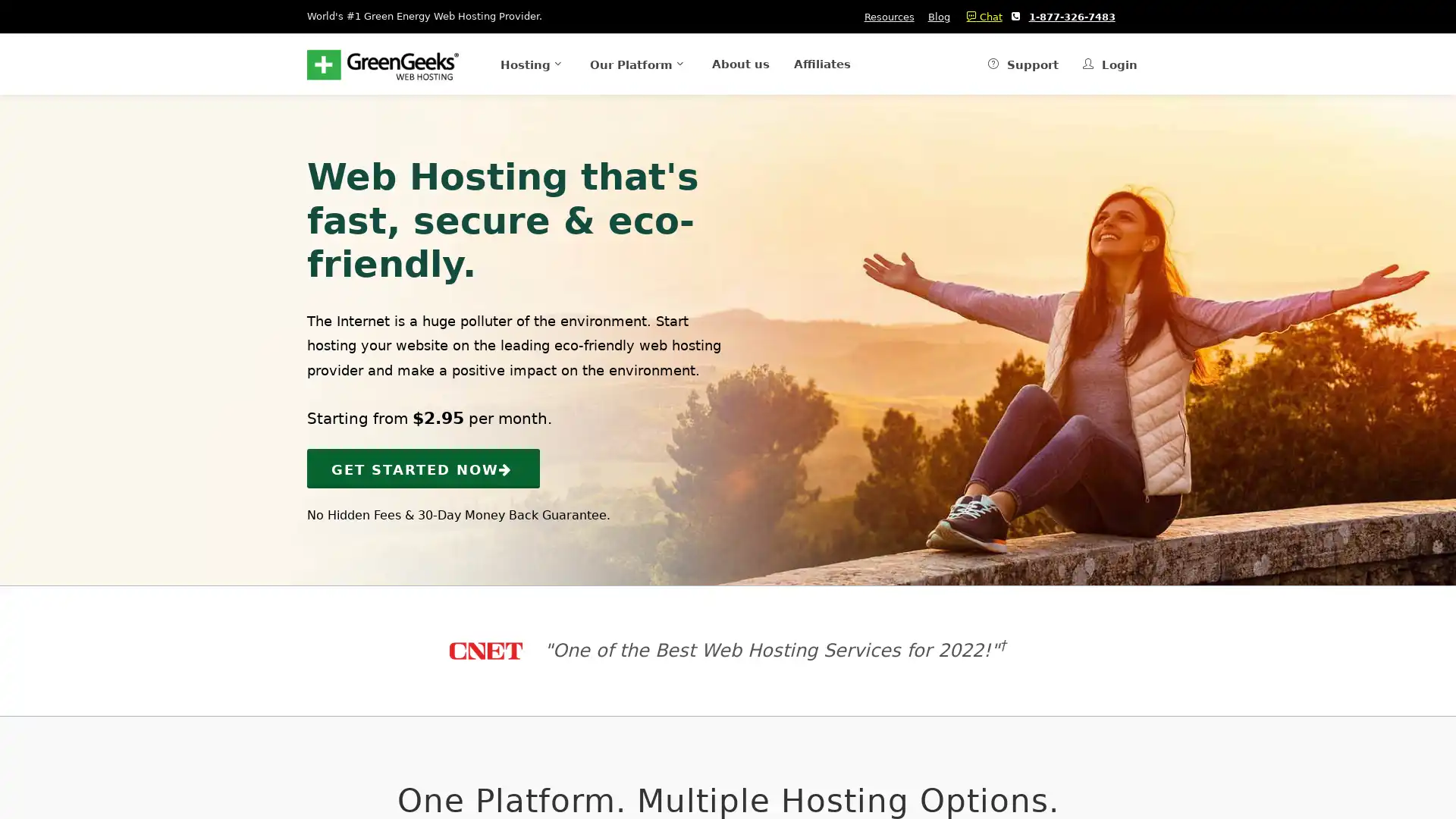 The height and width of the screenshot is (819, 1456). I want to click on Get Started Now, so click(423, 467).